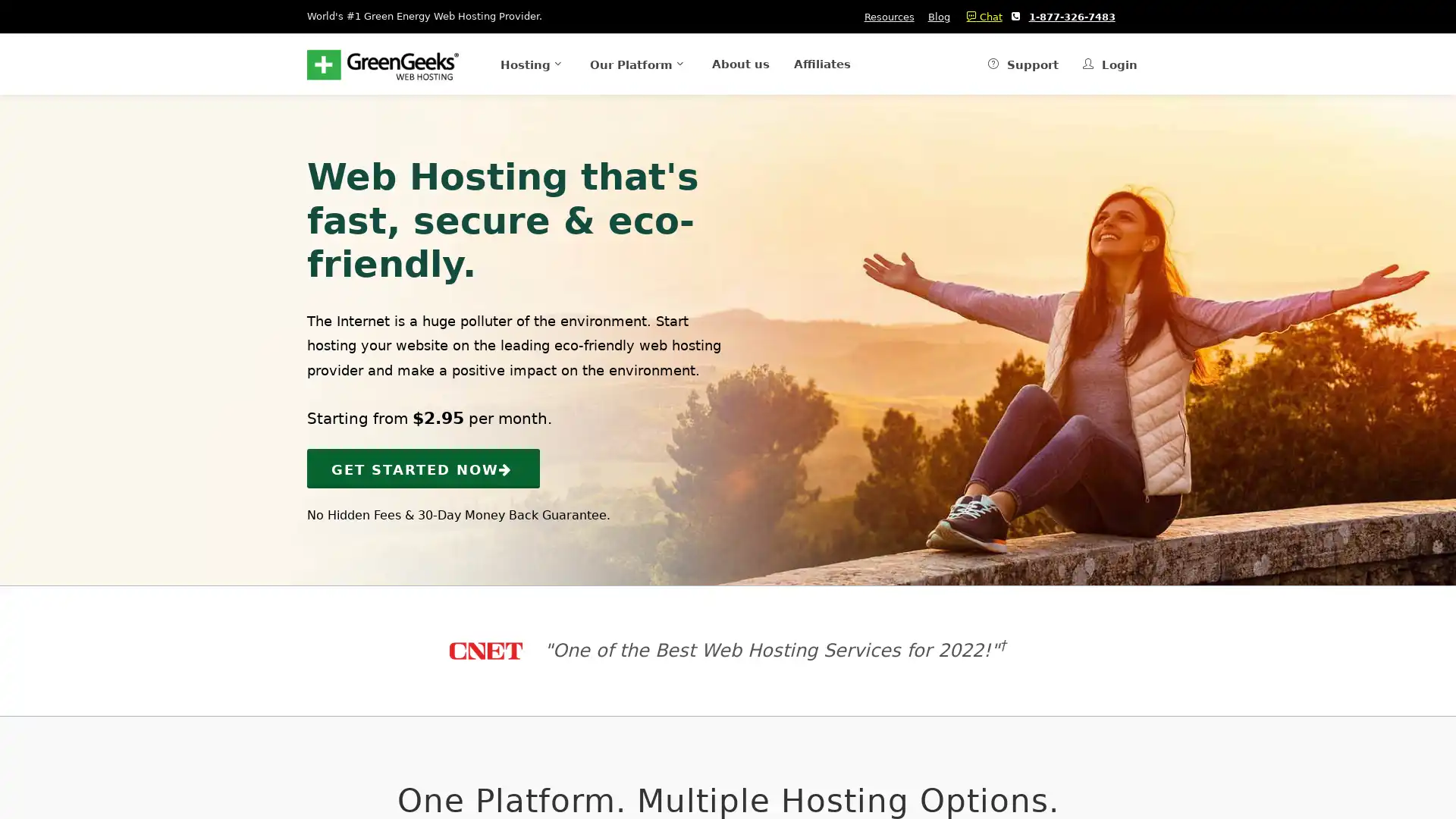 The height and width of the screenshot is (819, 1456). I want to click on Get Started Now, so click(423, 467).